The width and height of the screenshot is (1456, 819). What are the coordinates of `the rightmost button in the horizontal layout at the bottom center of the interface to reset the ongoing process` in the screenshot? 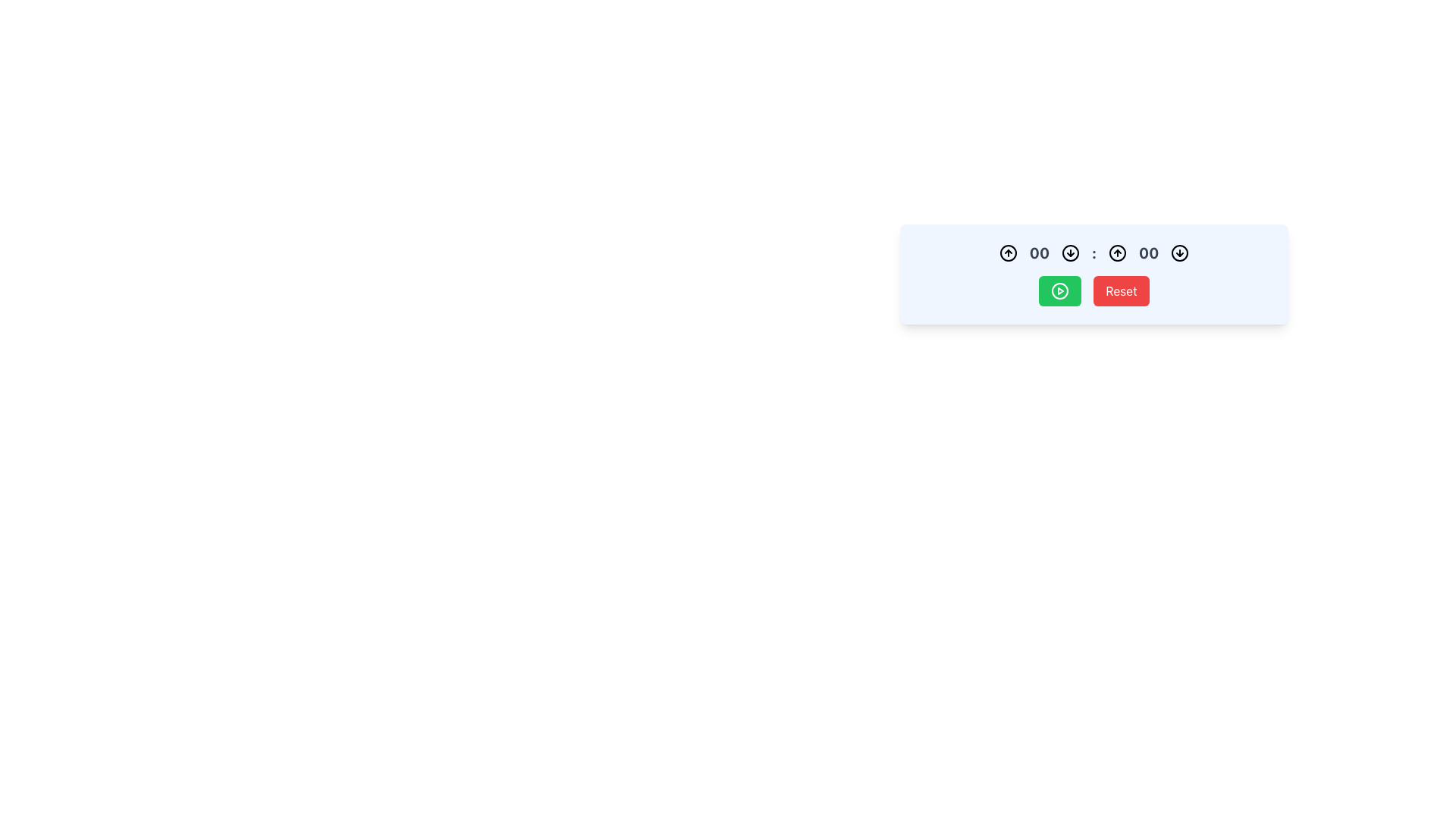 It's located at (1121, 291).